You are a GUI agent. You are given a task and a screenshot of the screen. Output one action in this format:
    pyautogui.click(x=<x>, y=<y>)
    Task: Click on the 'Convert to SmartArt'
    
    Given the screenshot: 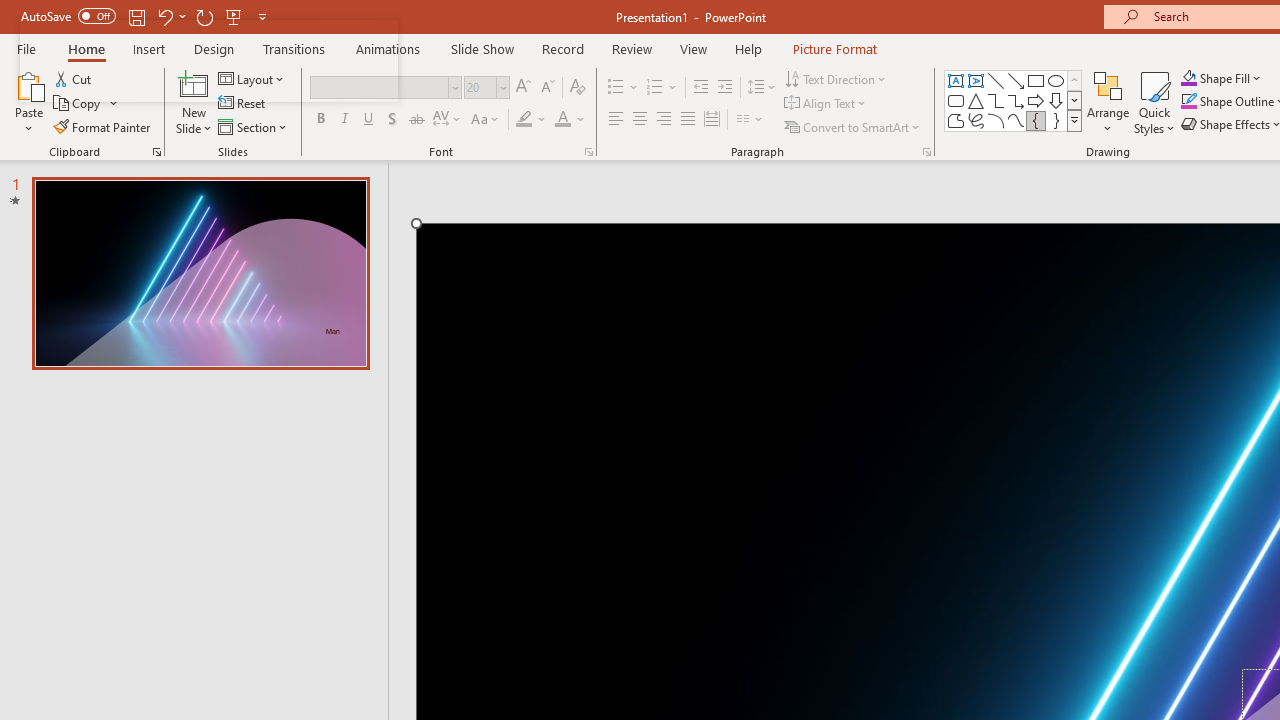 What is the action you would take?
    pyautogui.click(x=853, y=127)
    